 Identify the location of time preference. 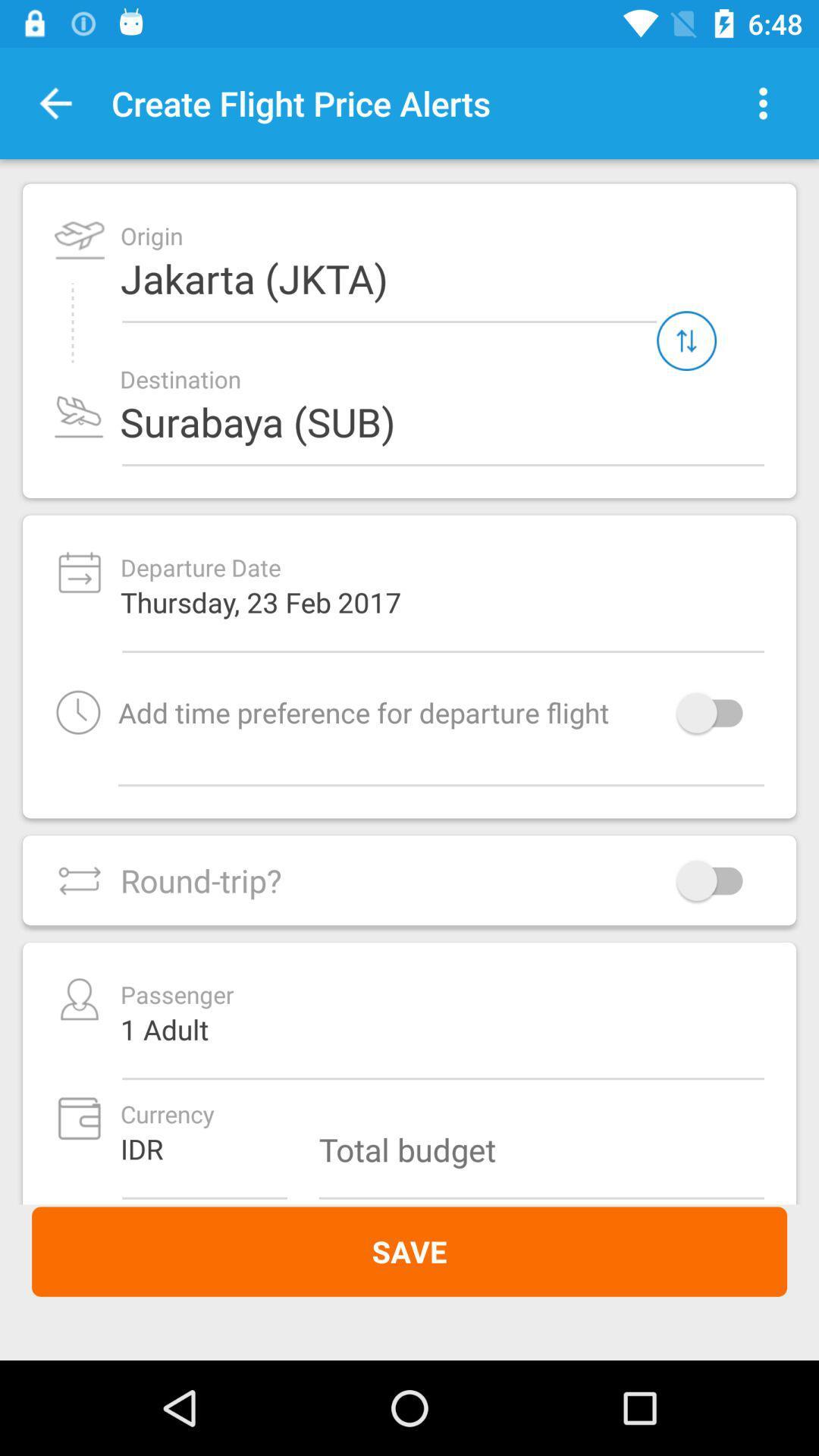
(717, 711).